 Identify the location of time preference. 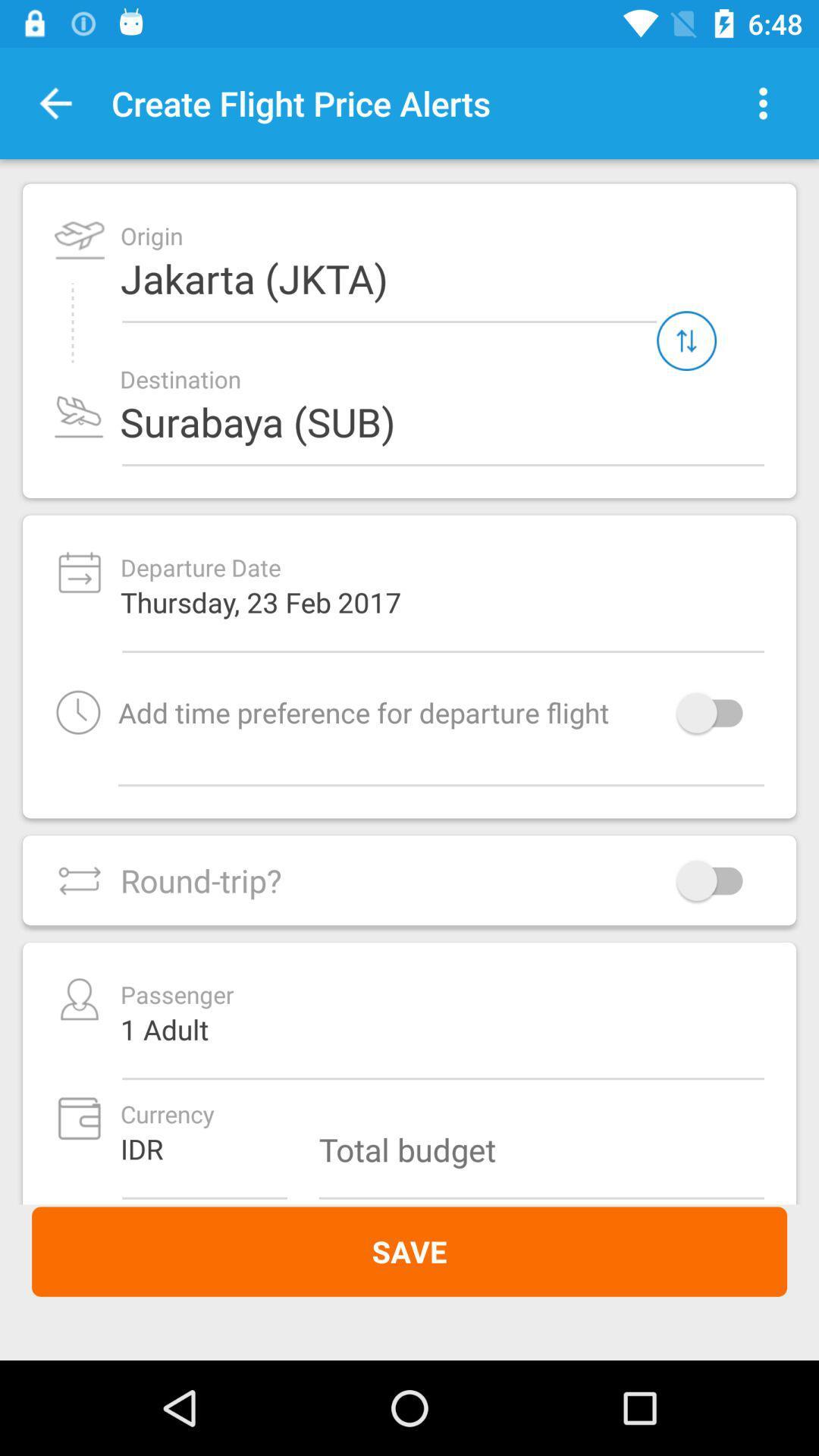
(717, 711).